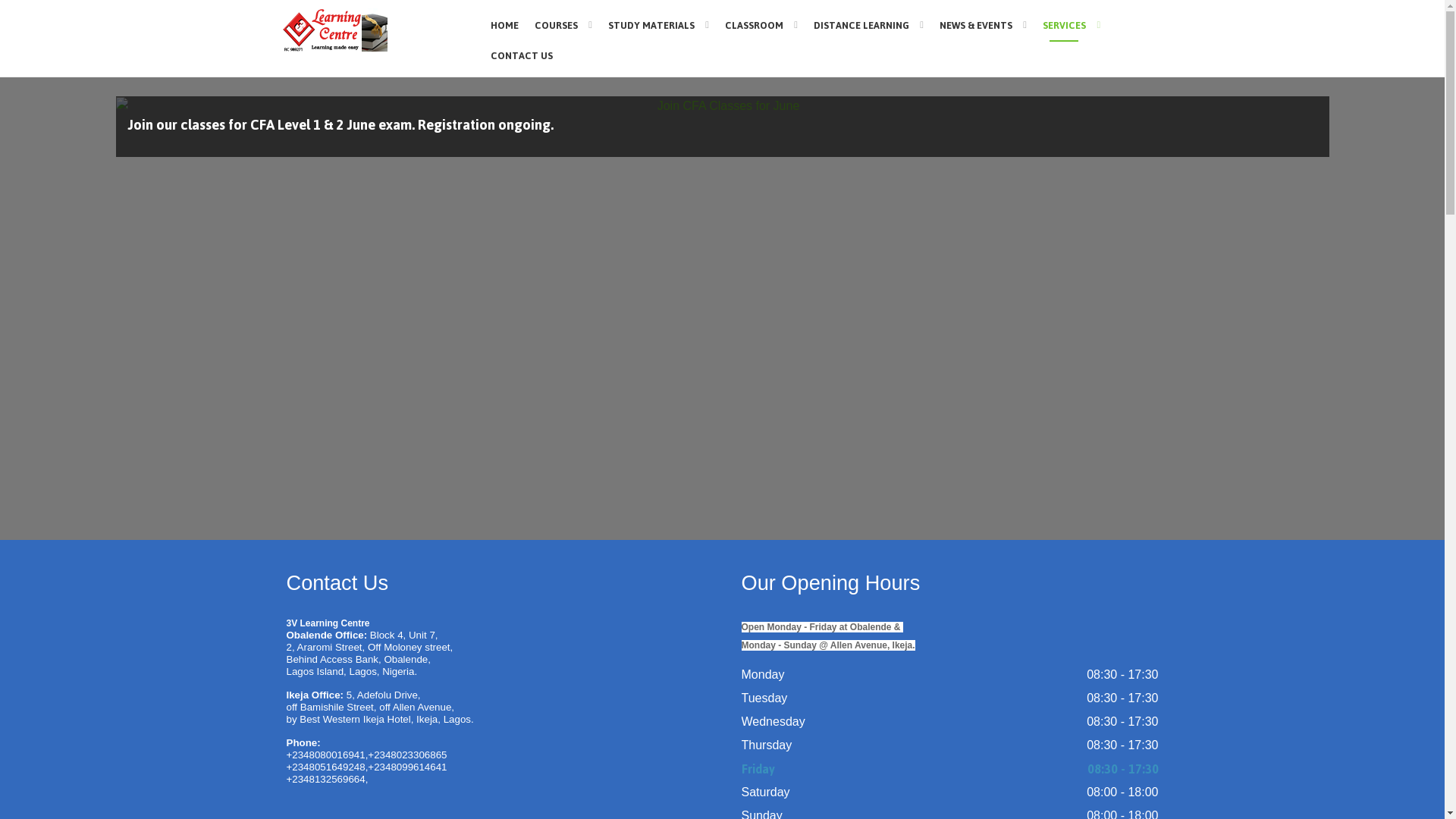 This screenshot has height=819, width=1456. Describe the element at coordinates (868, 24) in the screenshot. I see `'DISTANCE LEARNING'` at that location.